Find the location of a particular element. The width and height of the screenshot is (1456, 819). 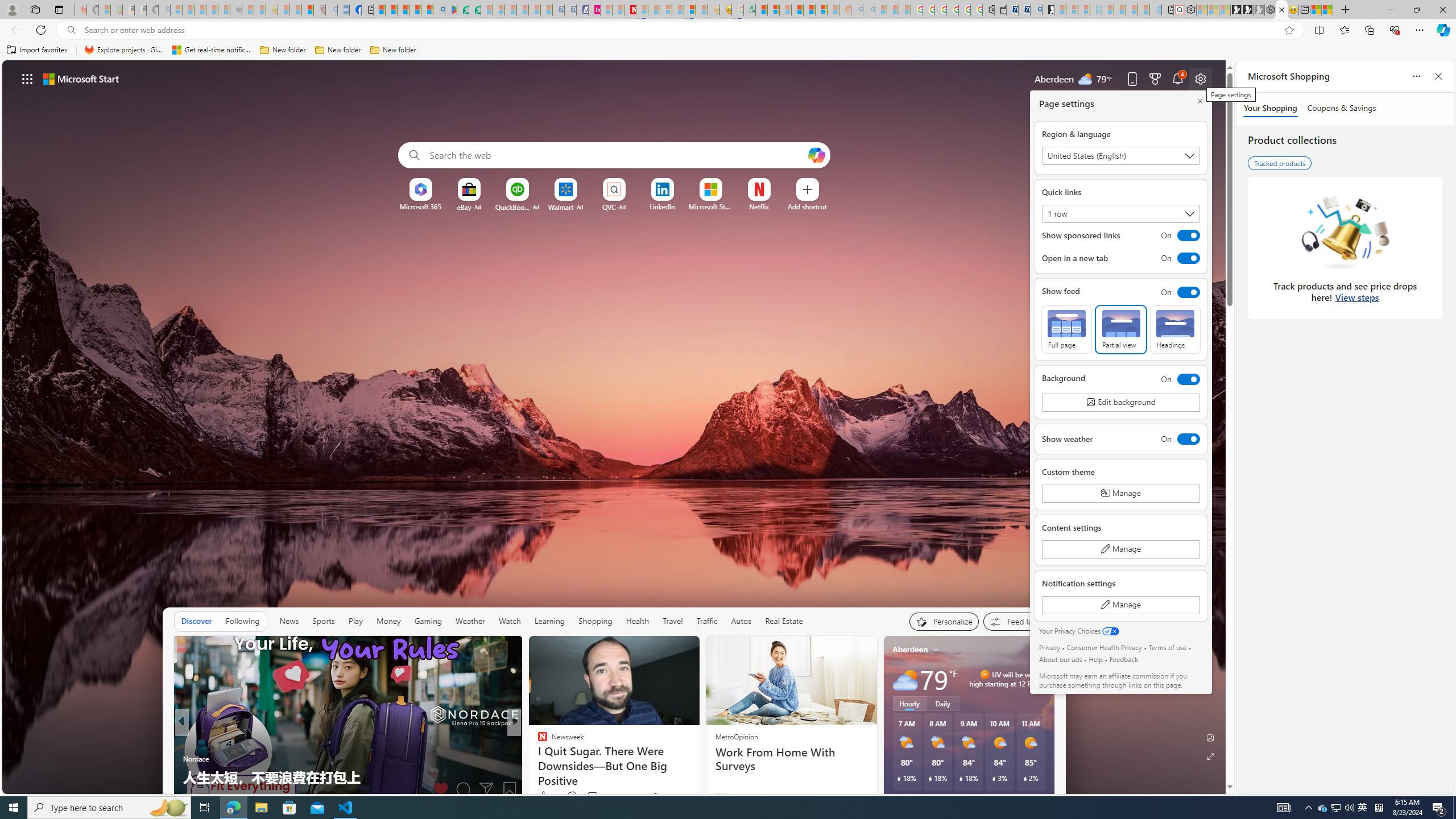

'Shopping' is located at coordinates (595, 621).